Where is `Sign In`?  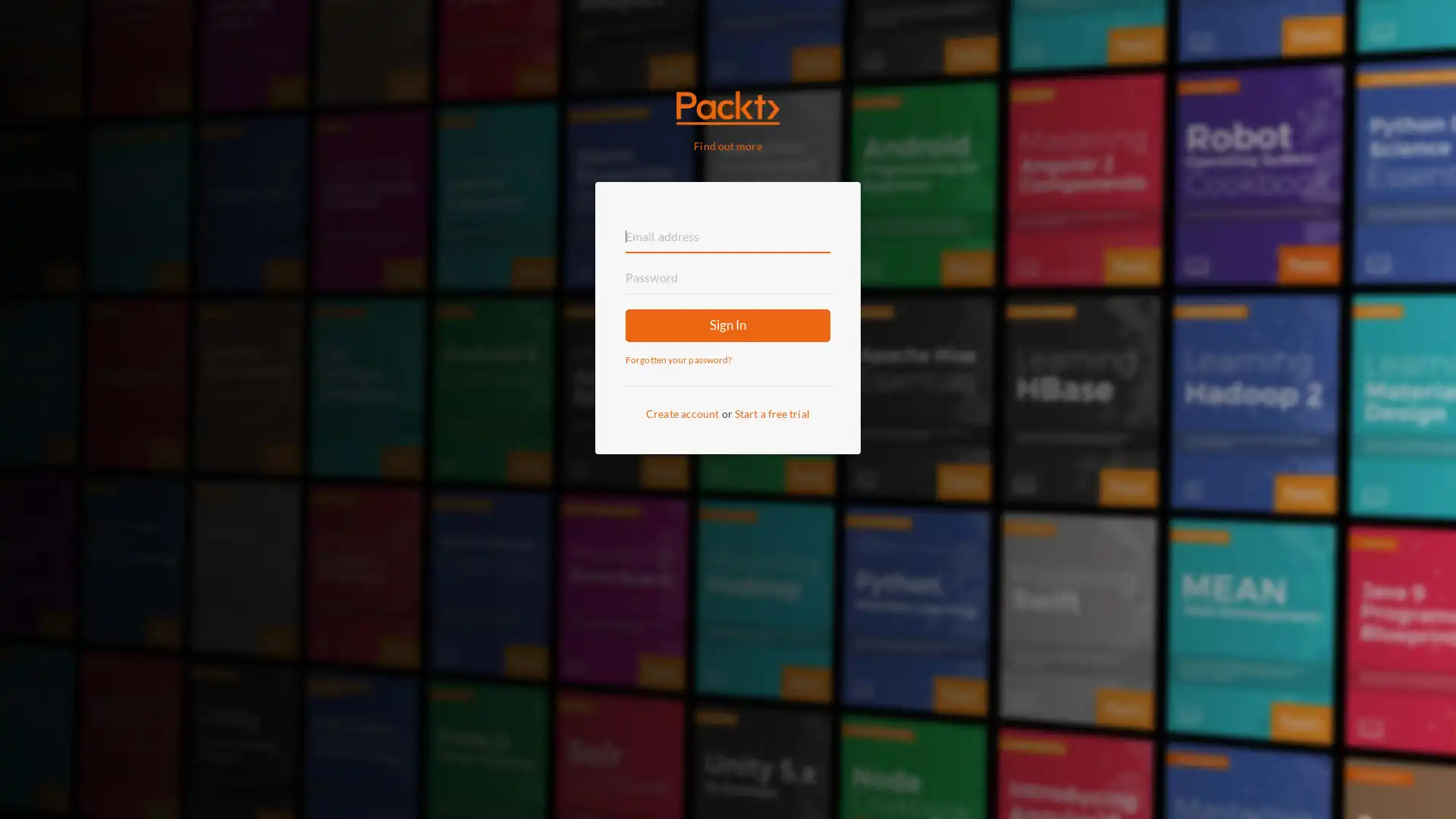
Sign In is located at coordinates (728, 324).